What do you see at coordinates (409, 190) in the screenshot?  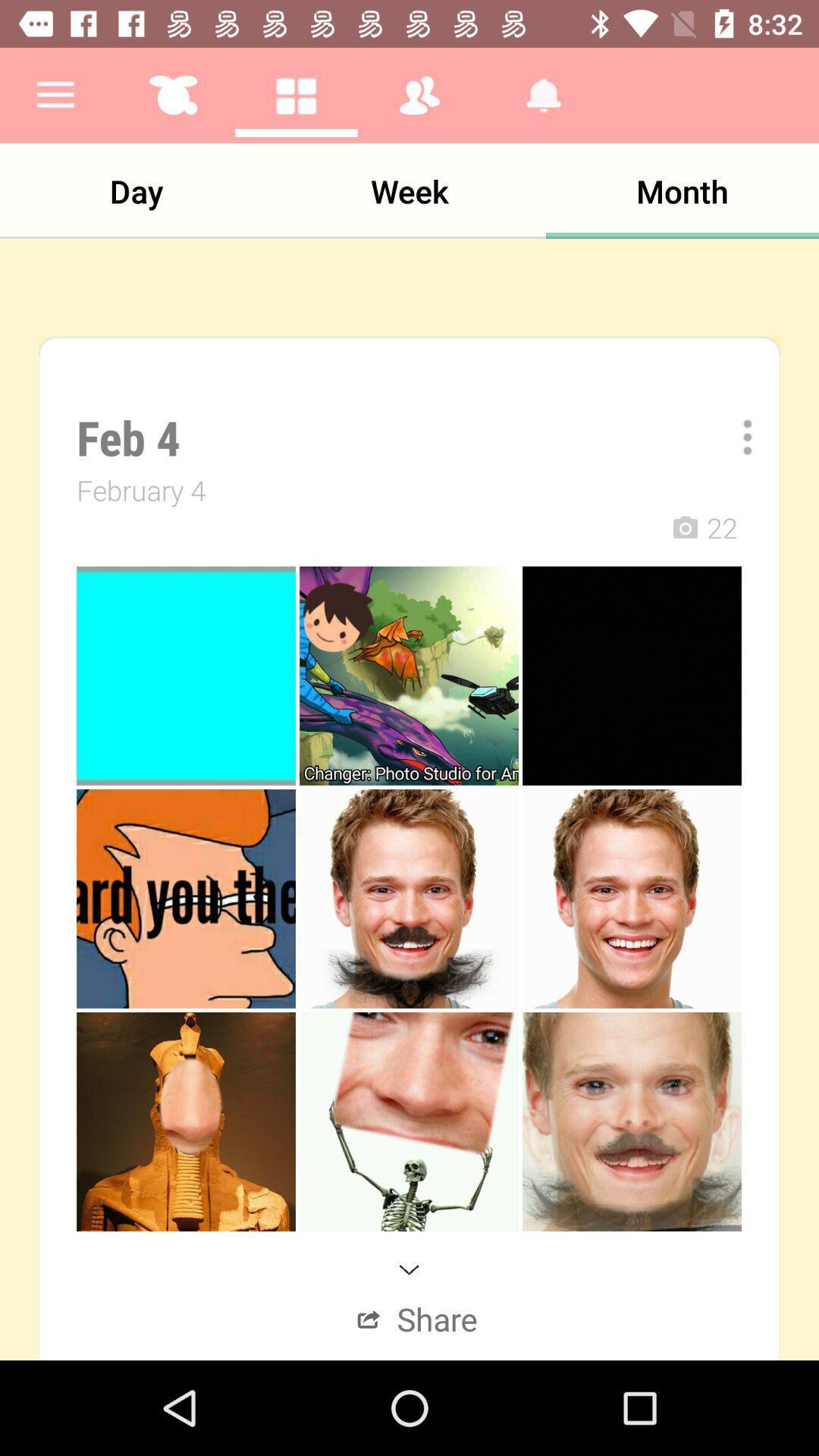 I see `icon next to the month` at bounding box center [409, 190].